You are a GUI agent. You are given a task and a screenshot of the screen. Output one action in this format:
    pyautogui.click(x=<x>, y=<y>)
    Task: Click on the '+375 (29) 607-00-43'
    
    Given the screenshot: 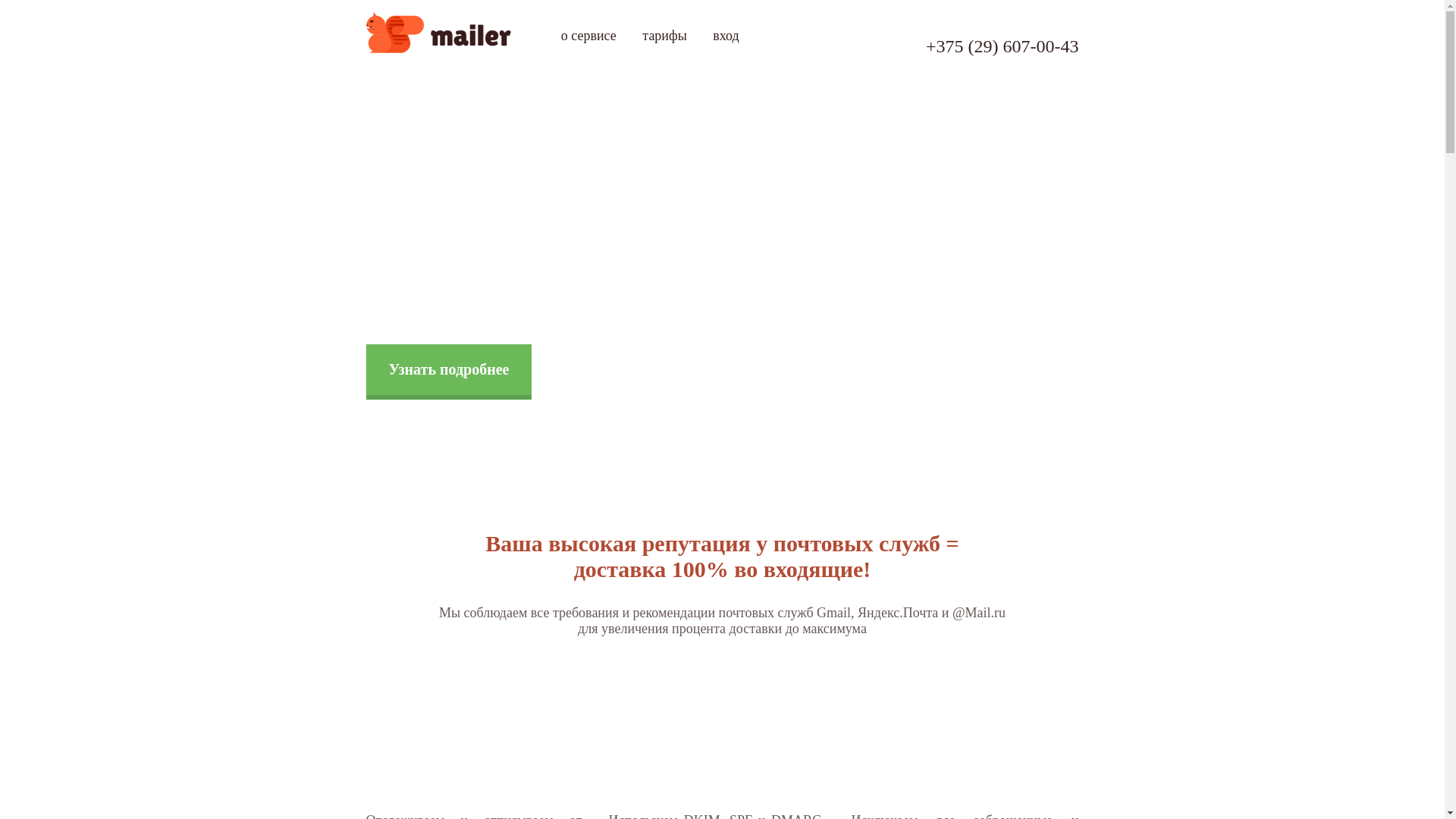 What is the action you would take?
    pyautogui.click(x=1002, y=45)
    